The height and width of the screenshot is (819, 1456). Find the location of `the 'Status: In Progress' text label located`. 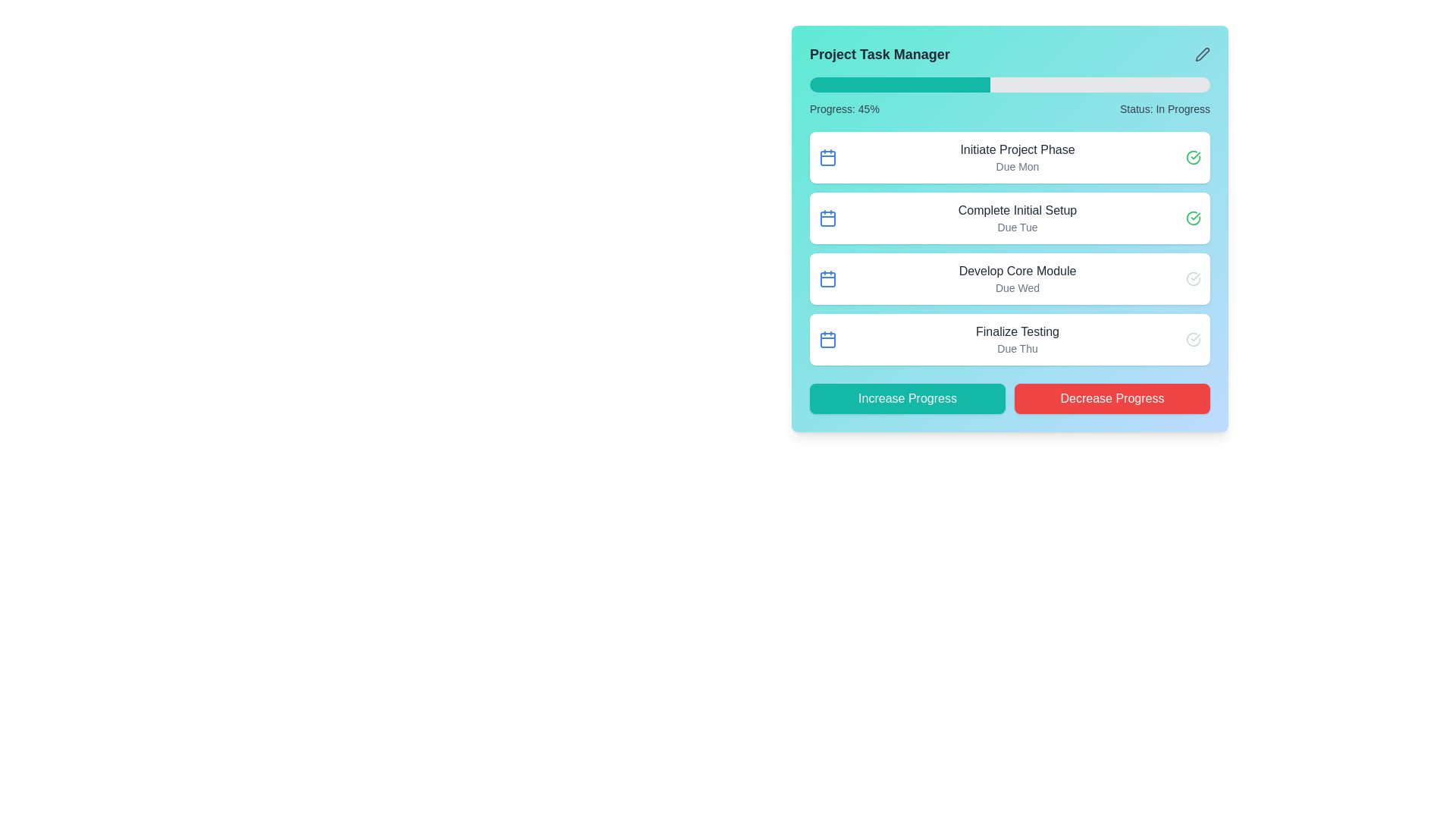

the 'Status: In Progress' text label located is located at coordinates (1164, 108).